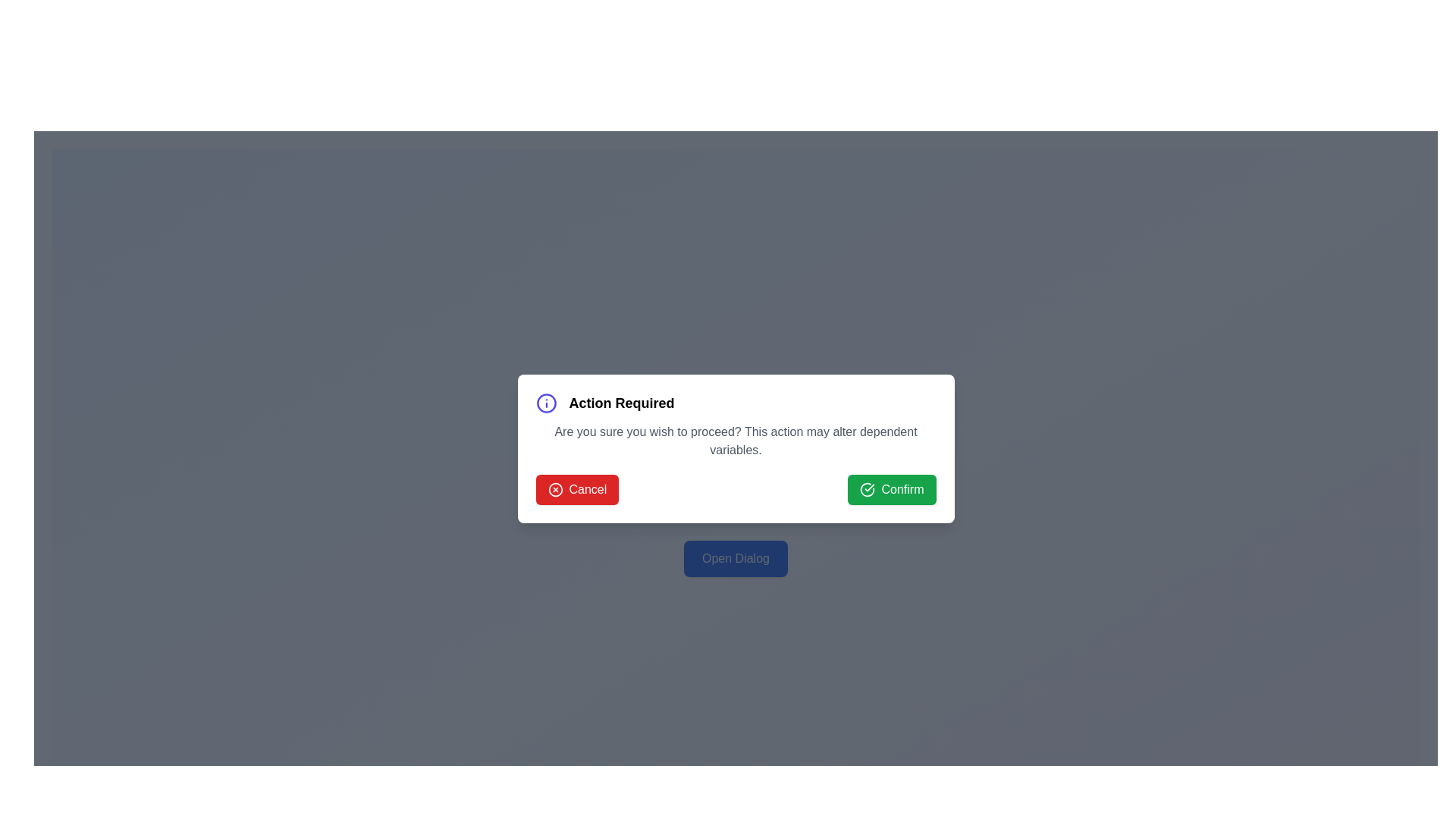 This screenshot has height=819, width=1456. Describe the element at coordinates (868, 489) in the screenshot. I see `the segmented arc of the circular graphic that is part of the confirmation dialog, located in the top-right section adjacent to the 'Confirm' button` at that location.